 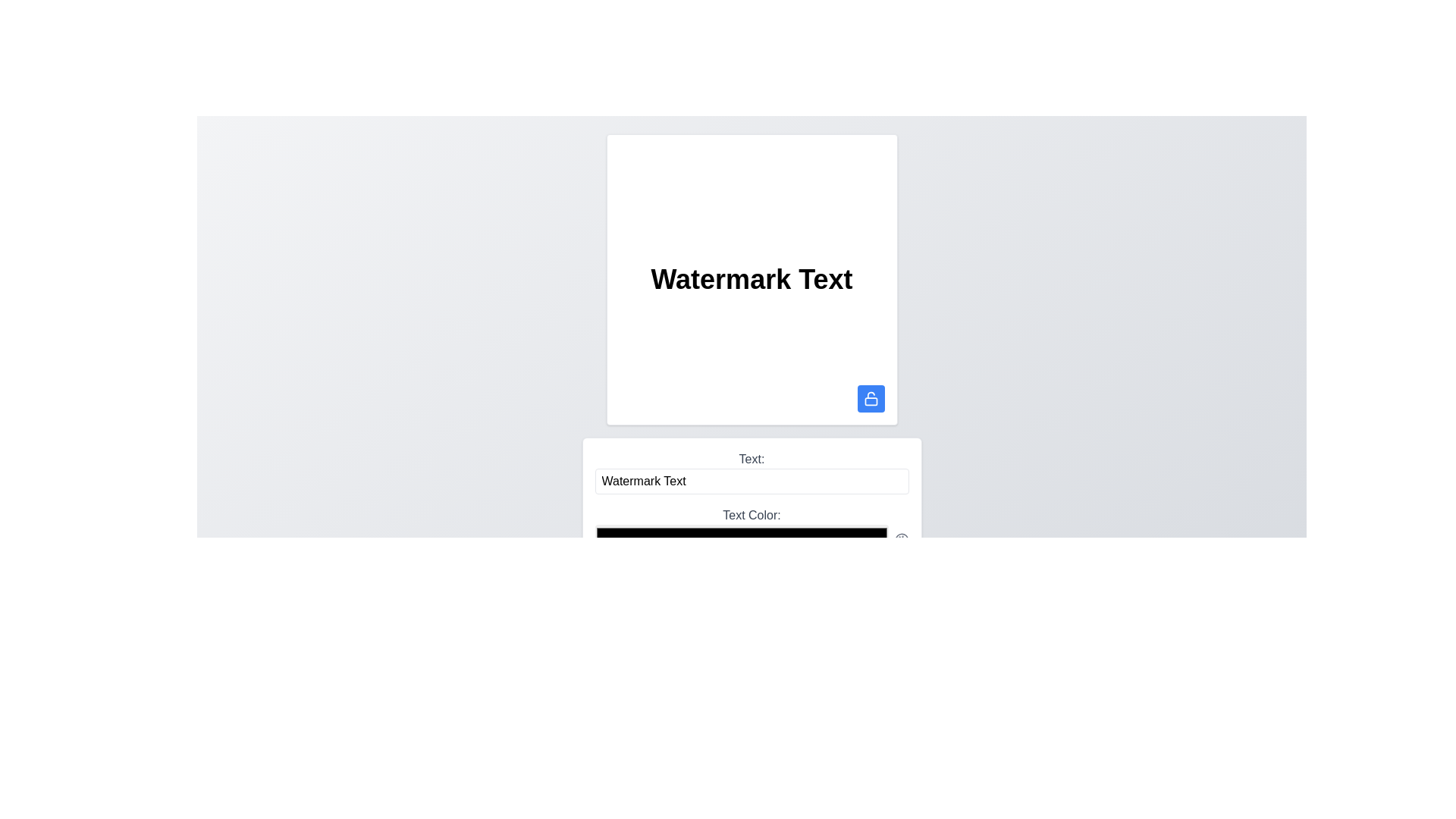 I want to click on the Color picker bar with palette icon located under the 'Text Color:' label, which is the second item in the horizontal layout, so click(x=752, y=539).